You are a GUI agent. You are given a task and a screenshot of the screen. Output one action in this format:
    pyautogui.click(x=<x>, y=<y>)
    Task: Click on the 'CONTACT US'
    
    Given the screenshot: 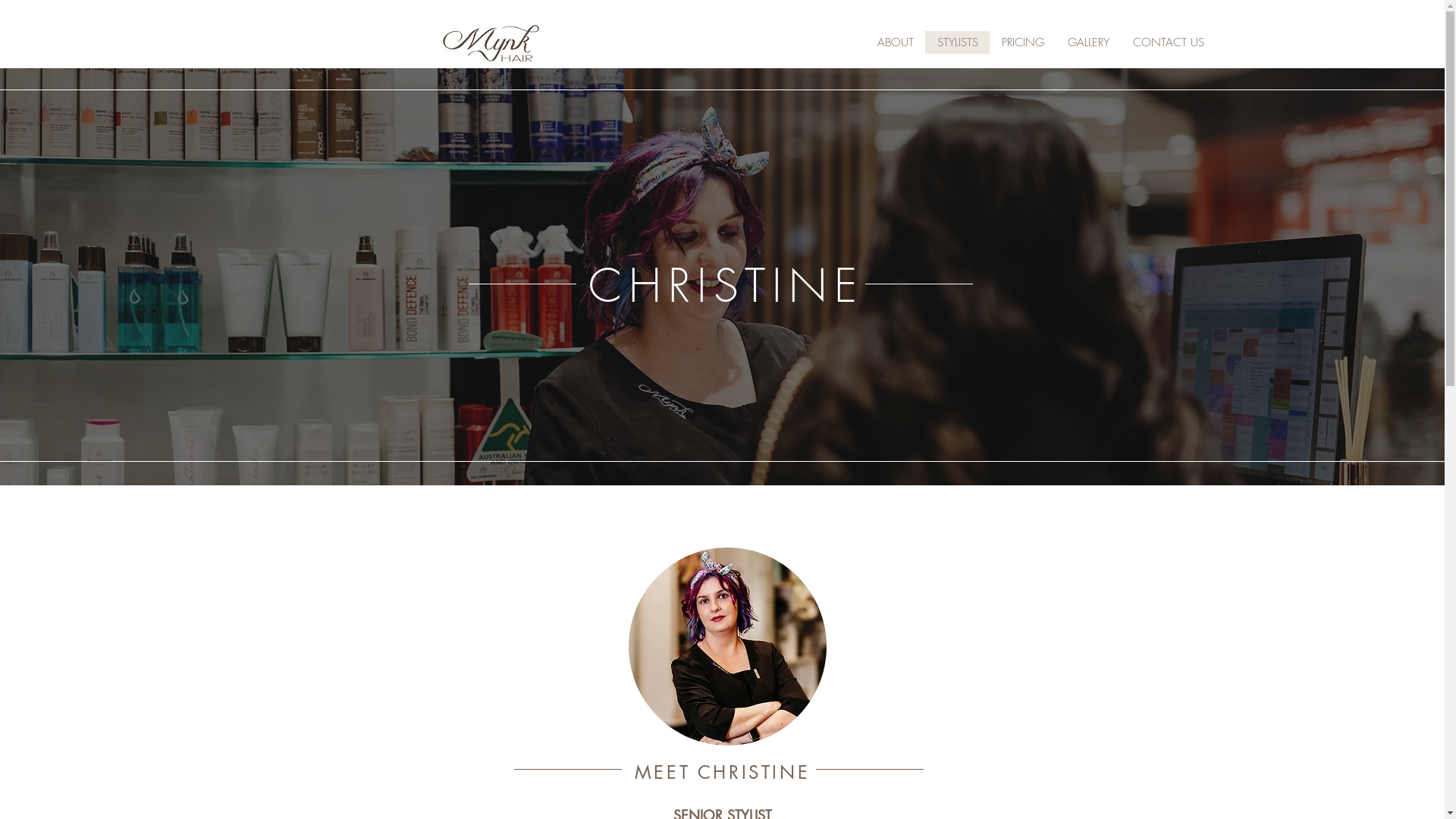 What is the action you would take?
    pyautogui.click(x=1167, y=42)
    